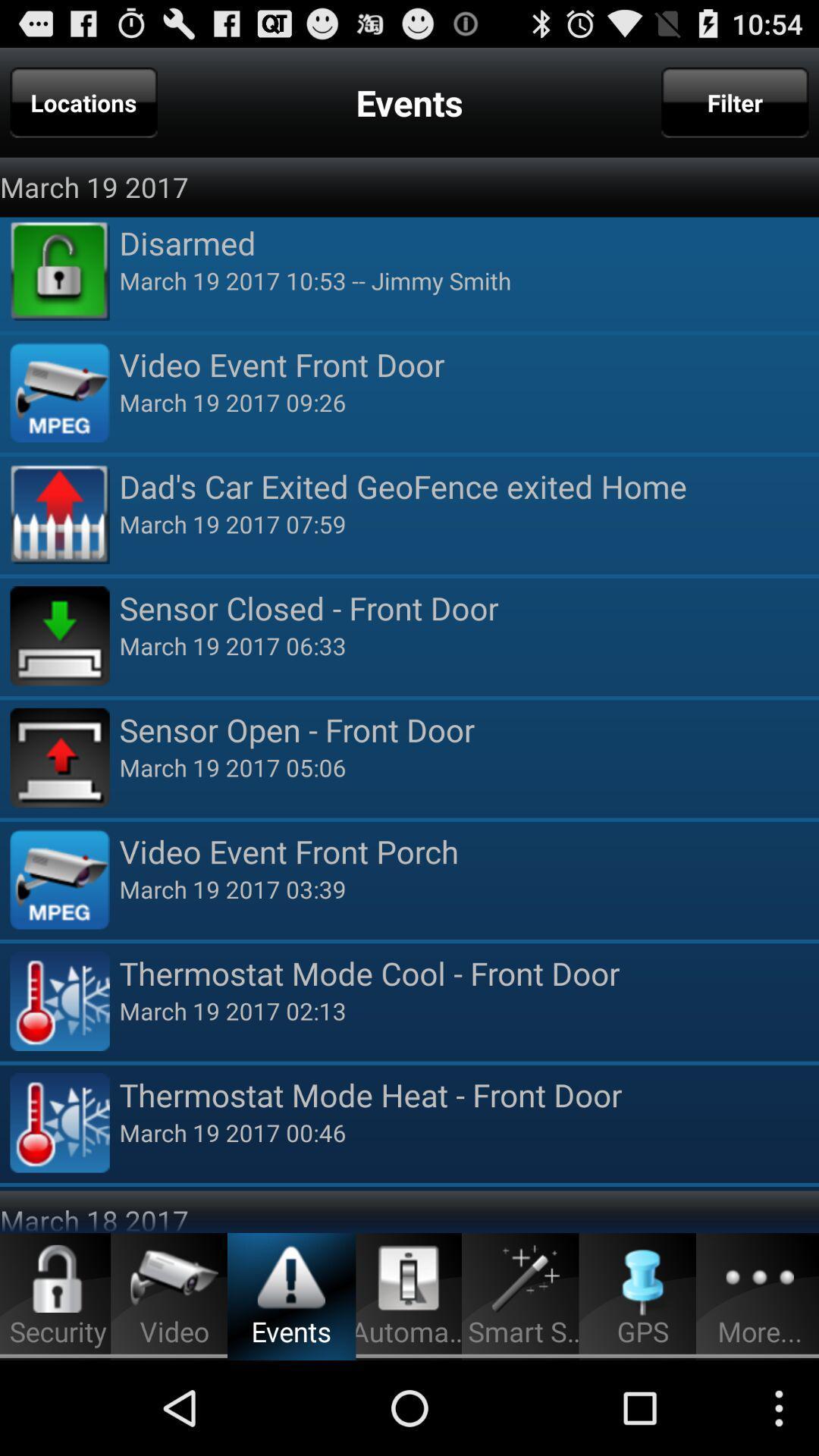 The height and width of the screenshot is (1456, 819). I want to click on the item next to the events item, so click(83, 102).